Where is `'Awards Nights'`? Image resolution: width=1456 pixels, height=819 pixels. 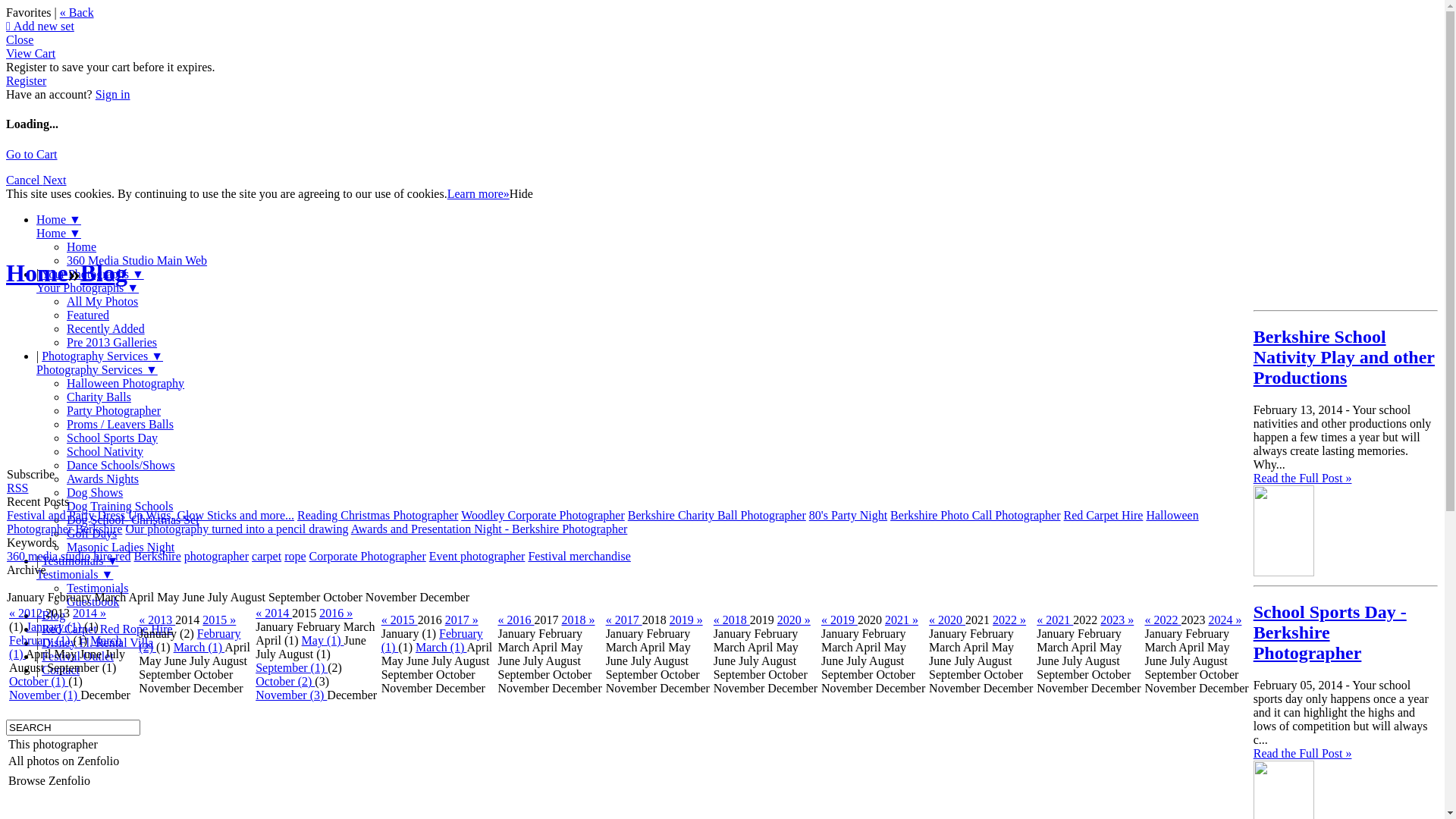 'Awards Nights' is located at coordinates (102, 479).